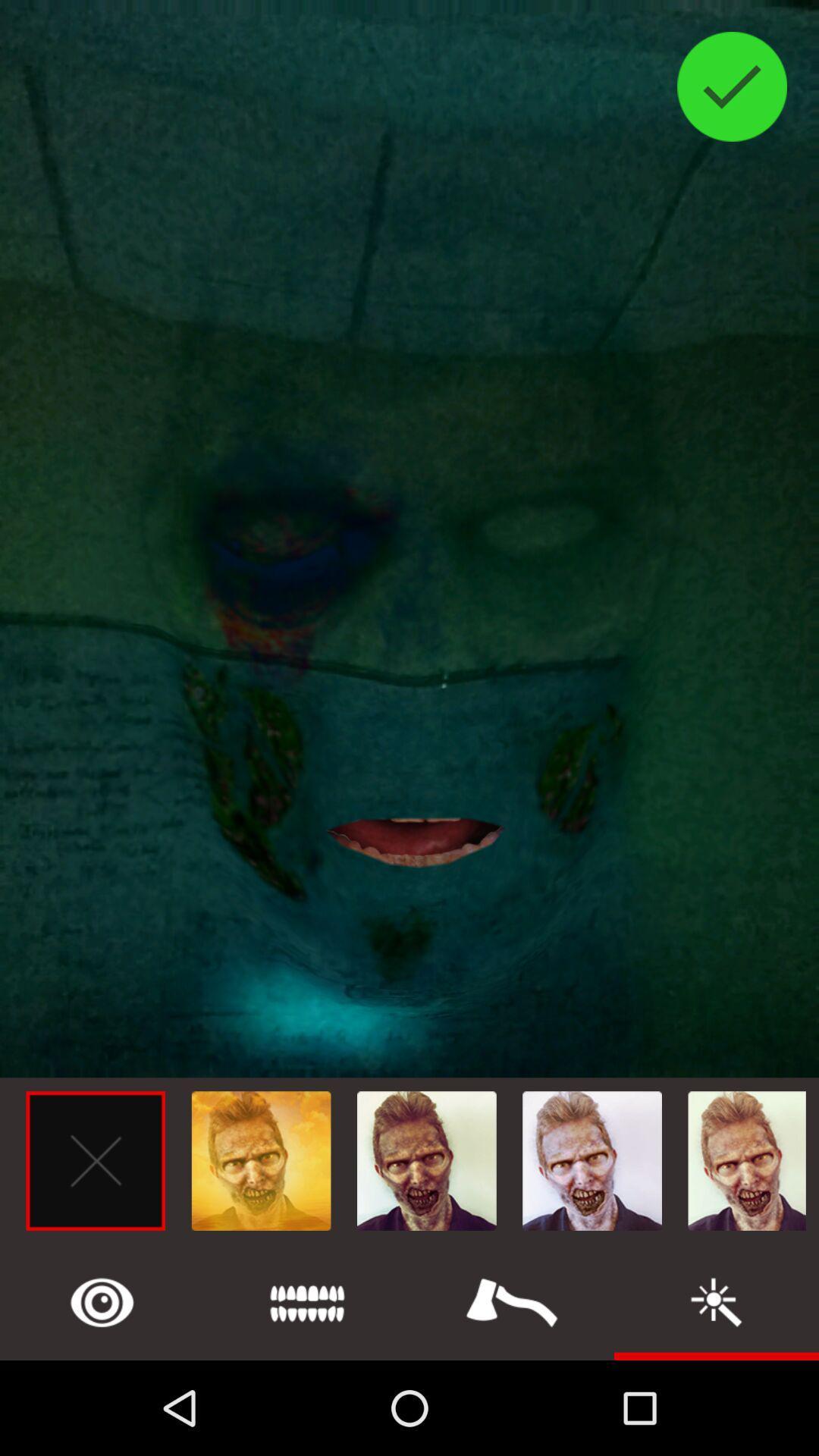 Image resolution: width=819 pixels, height=1456 pixels. Describe the element at coordinates (307, 1301) in the screenshot. I see `the list icon` at that location.